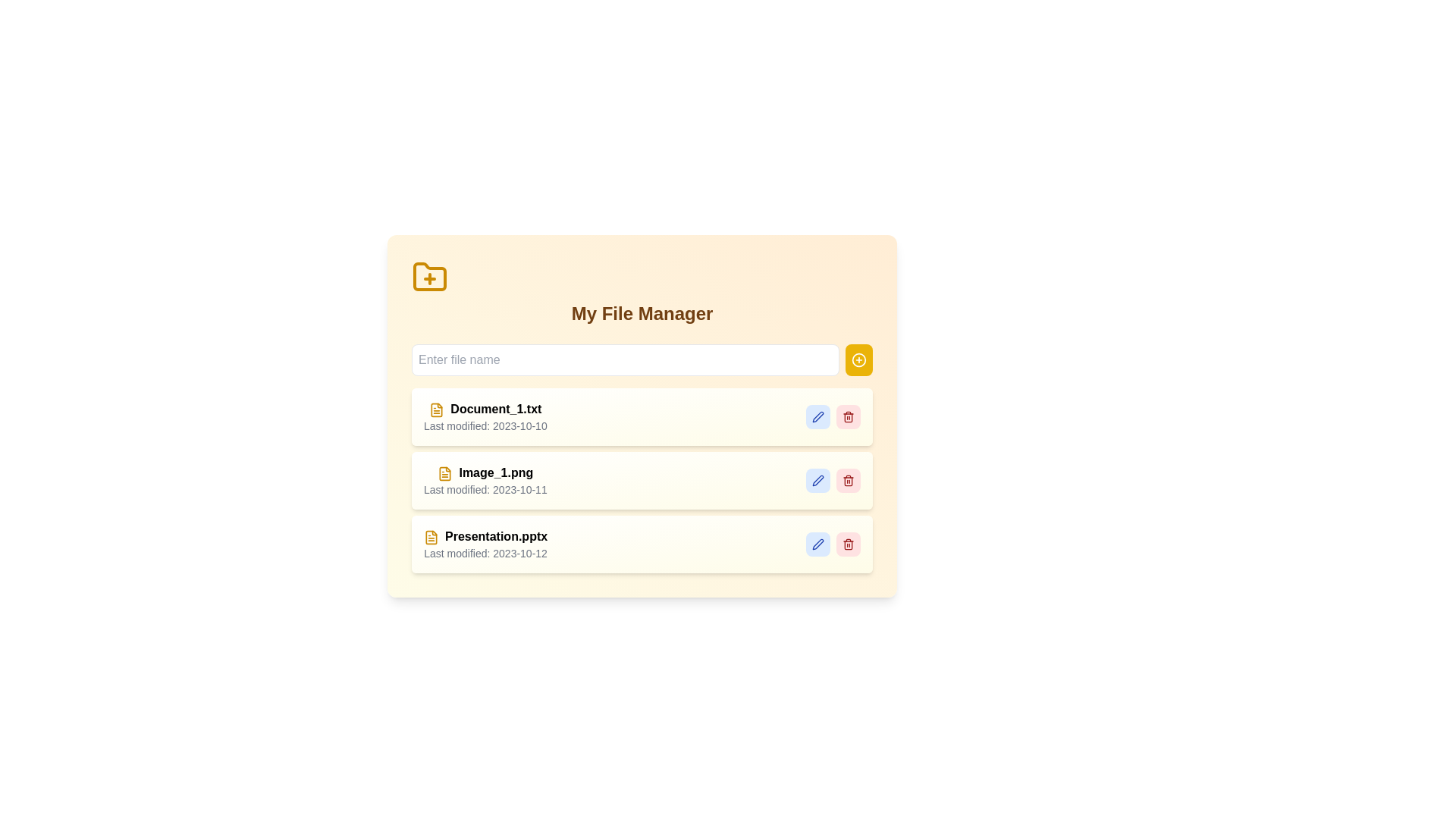  I want to click on the pen icon, so click(817, 417).